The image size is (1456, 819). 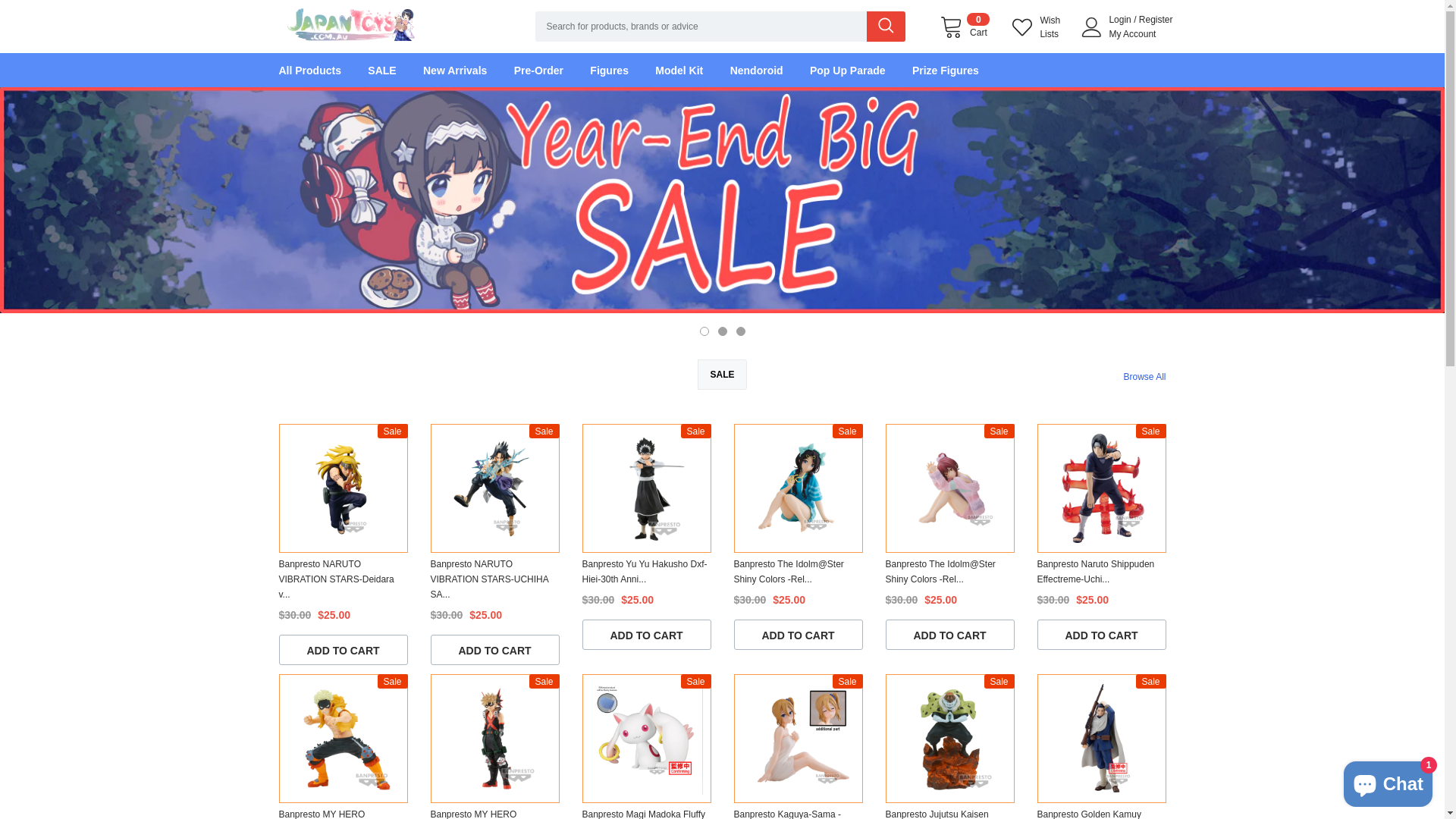 I want to click on 'Prize Figures', so click(x=956, y=70).